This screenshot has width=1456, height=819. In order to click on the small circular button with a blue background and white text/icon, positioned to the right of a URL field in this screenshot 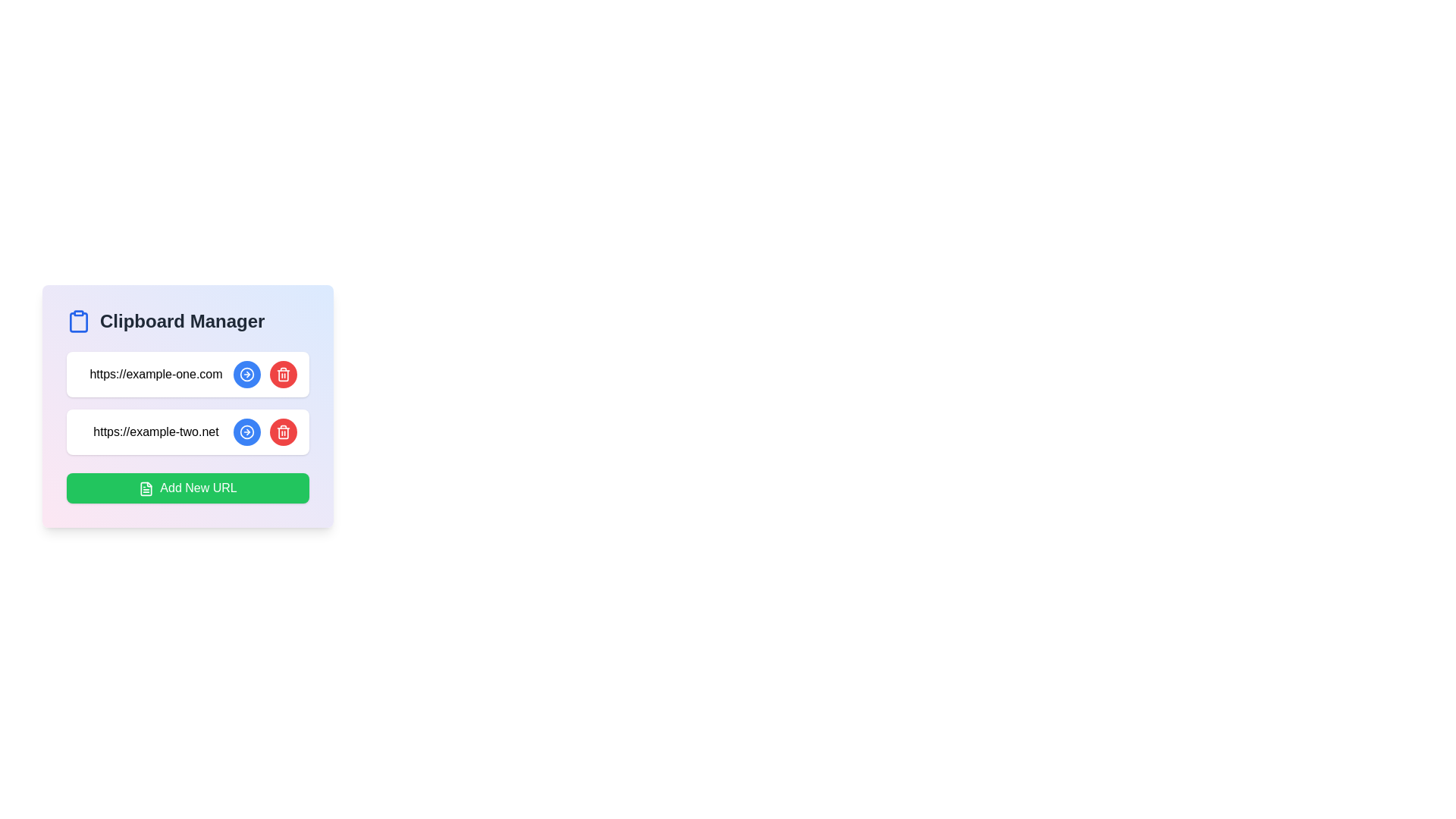, I will do `click(247, 432)`.